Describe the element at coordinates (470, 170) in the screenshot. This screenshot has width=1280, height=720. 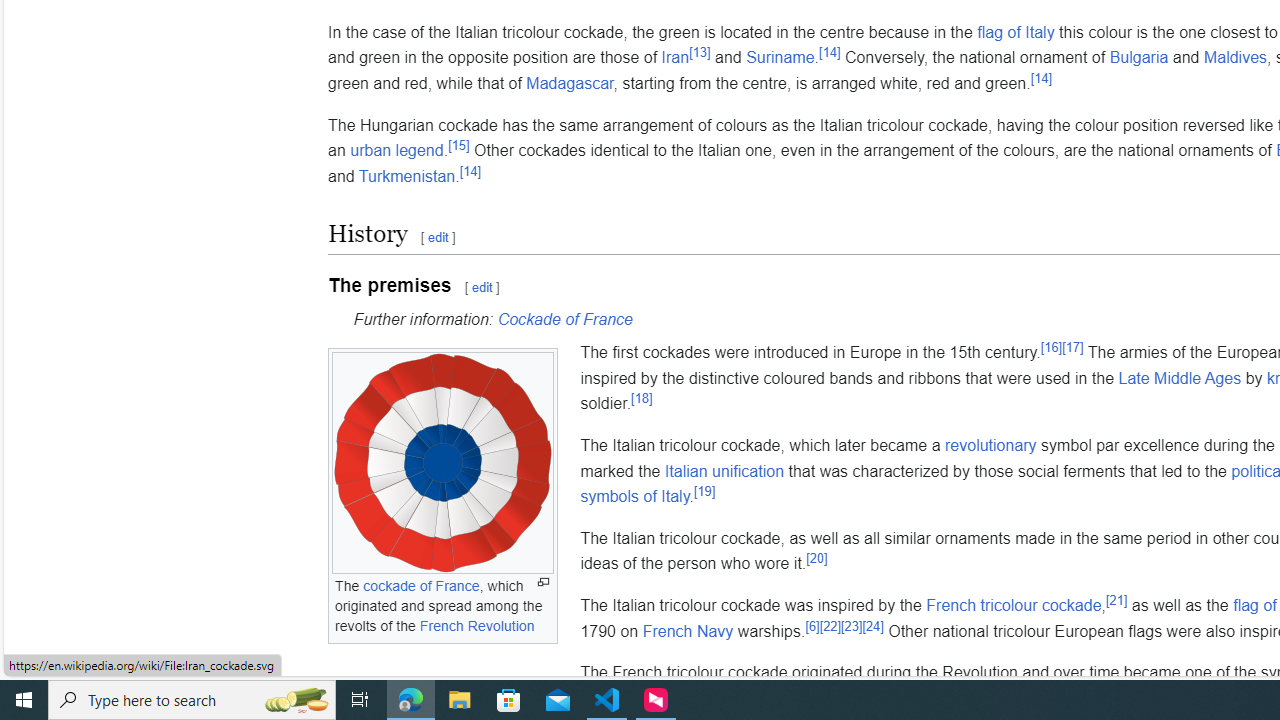
I see `'[14]'` at that location.